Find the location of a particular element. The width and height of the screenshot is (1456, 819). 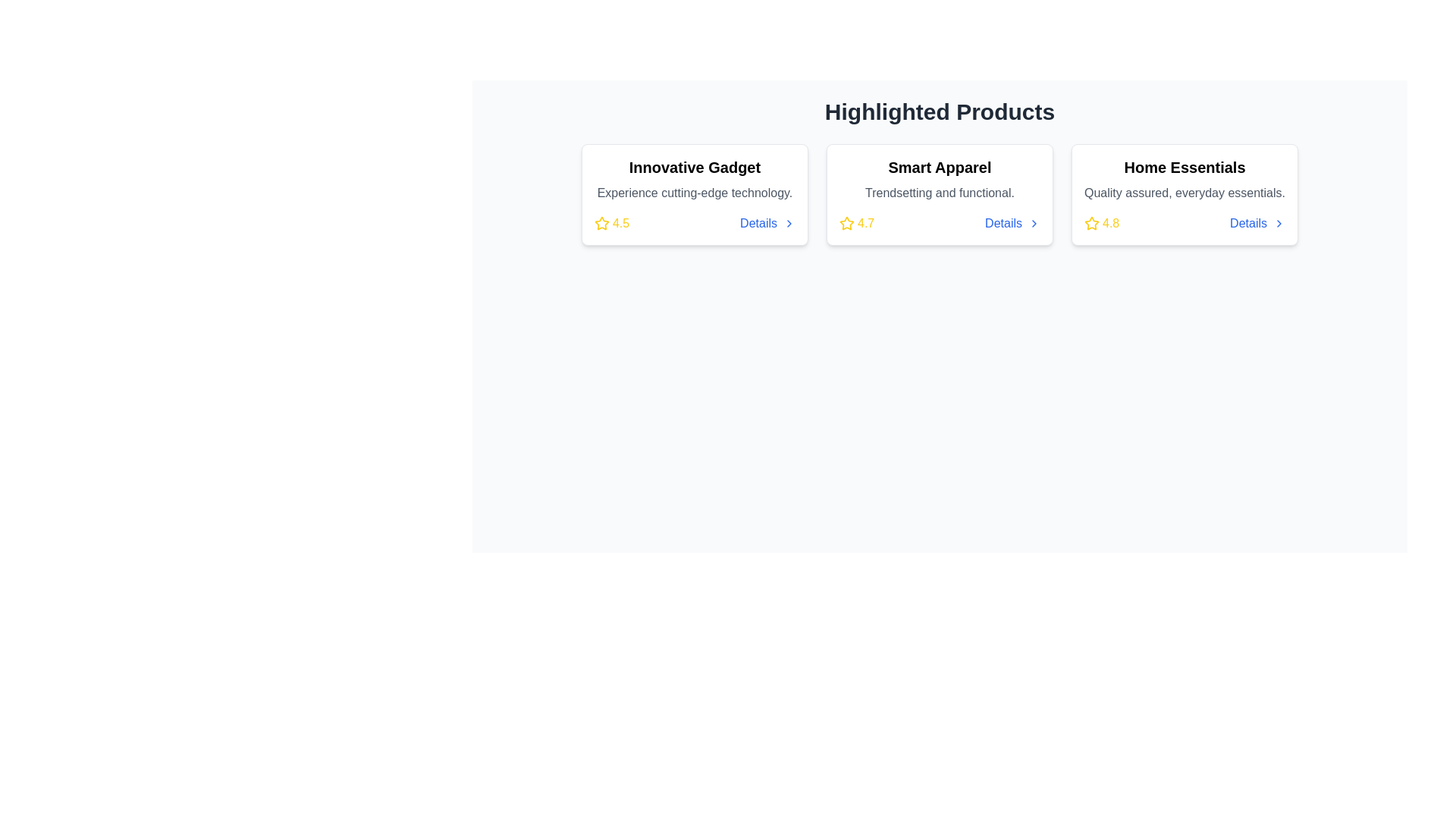

the link located at the bottom right of the 'Smart Apparel' card, which navigates to detailed information about the product is located at coordinates (1012, 223).